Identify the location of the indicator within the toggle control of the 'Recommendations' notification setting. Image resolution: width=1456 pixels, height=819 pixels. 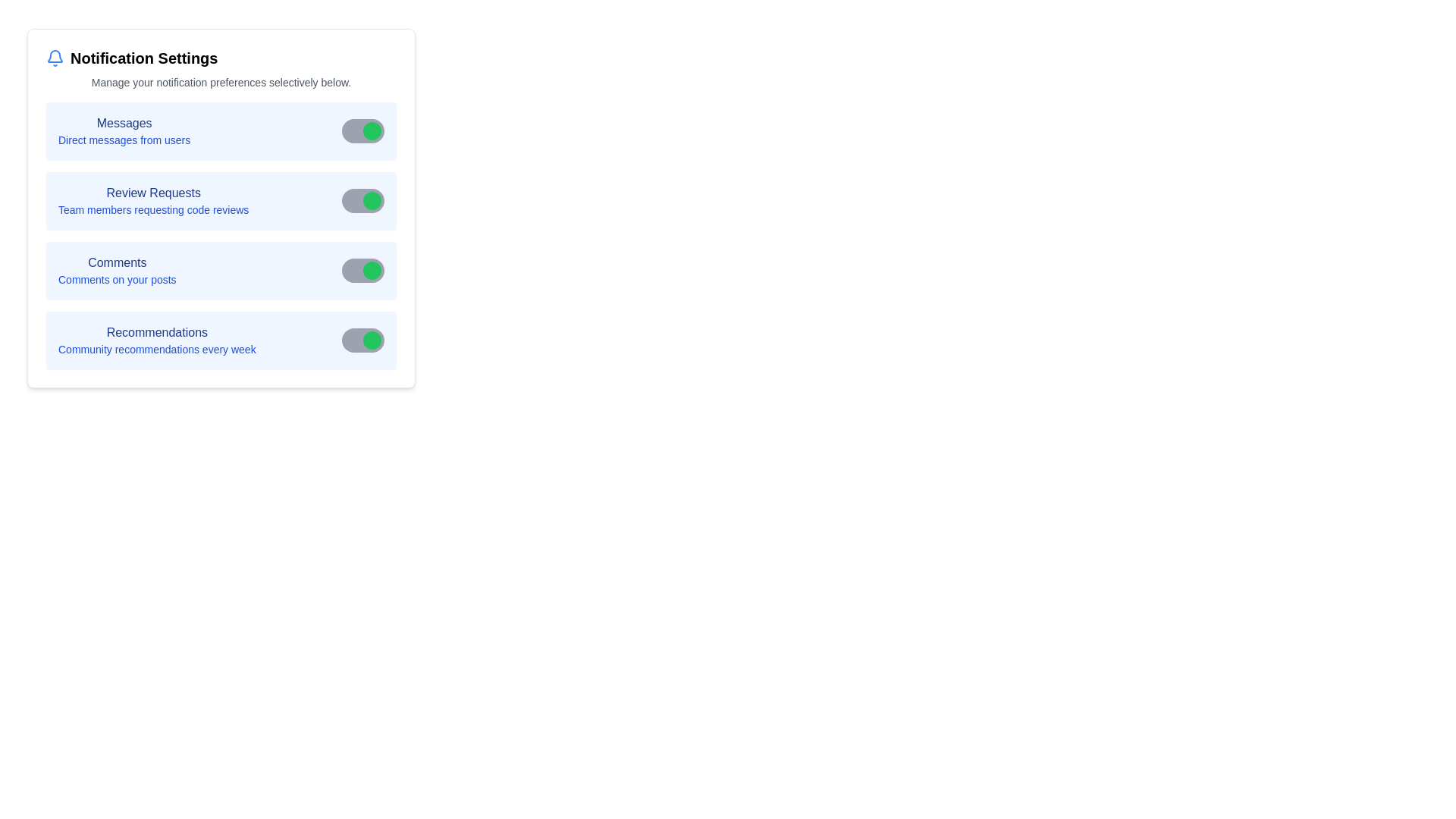
(372, 339).